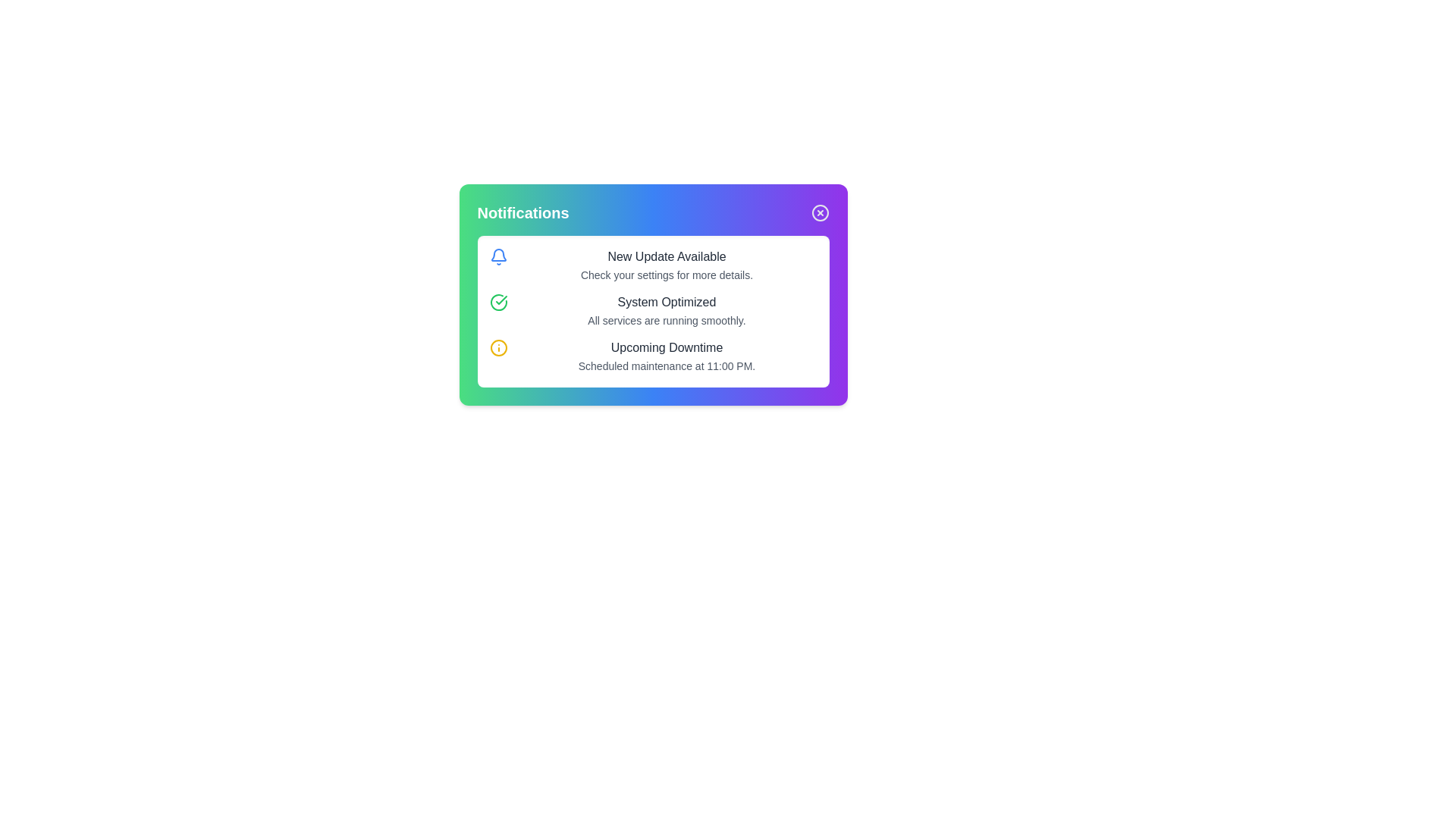 Image resolution: width=1456 pixels, height=819 pixels. Describe the element at coordinates (498, 348) in the screenshot. I see `the circular area of the information symbol located at the center of the notification icon in the notification panel` at that location.